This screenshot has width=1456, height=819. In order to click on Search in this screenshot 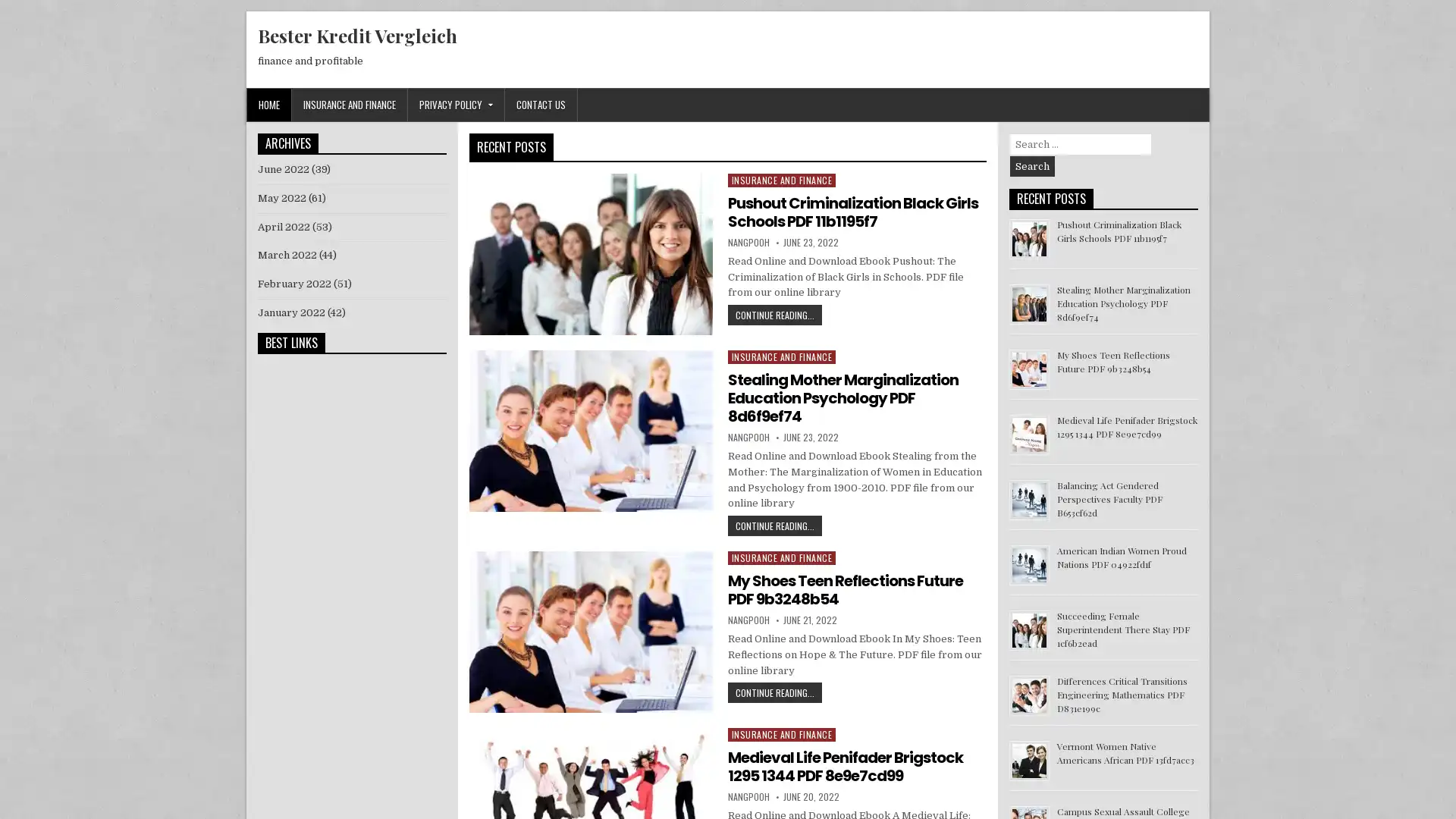, I will do `click(1031, 166)`.